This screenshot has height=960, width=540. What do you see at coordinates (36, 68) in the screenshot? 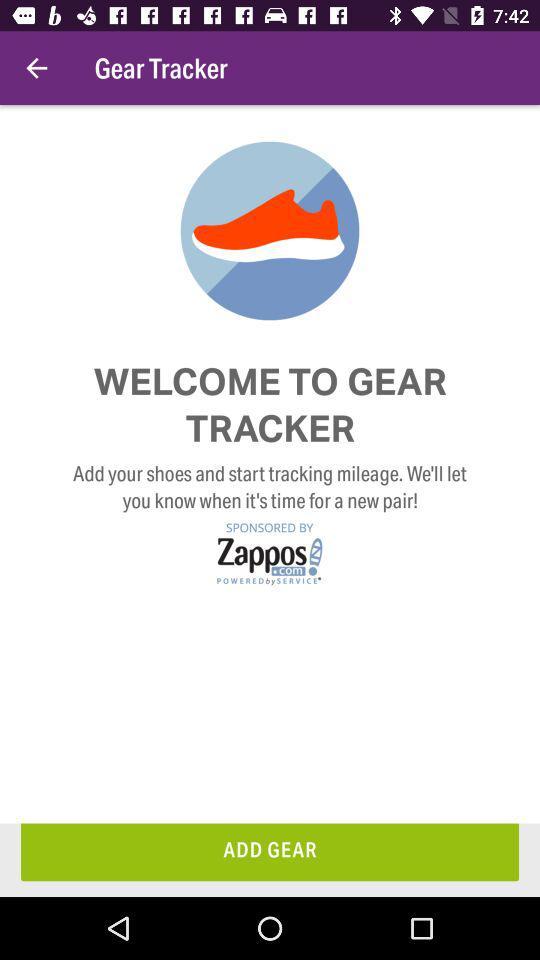
I see `the icon next to gear tracker item` at bounding box center [36, 68].